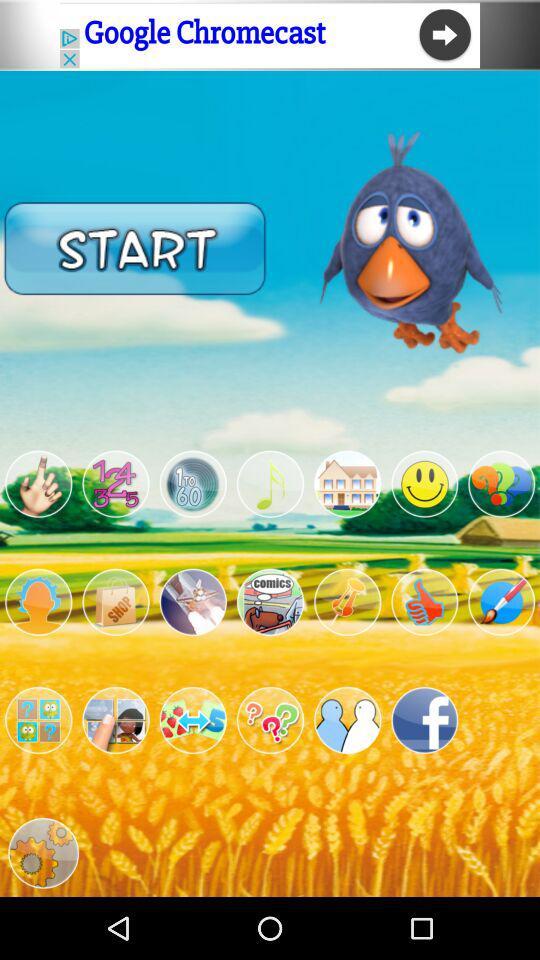 The height and width of the screenshot is (960, 540). What do you see at coordinates (193, 770) in the screenshot?
I see `the emoji icon` at bounding box center [193, 770].